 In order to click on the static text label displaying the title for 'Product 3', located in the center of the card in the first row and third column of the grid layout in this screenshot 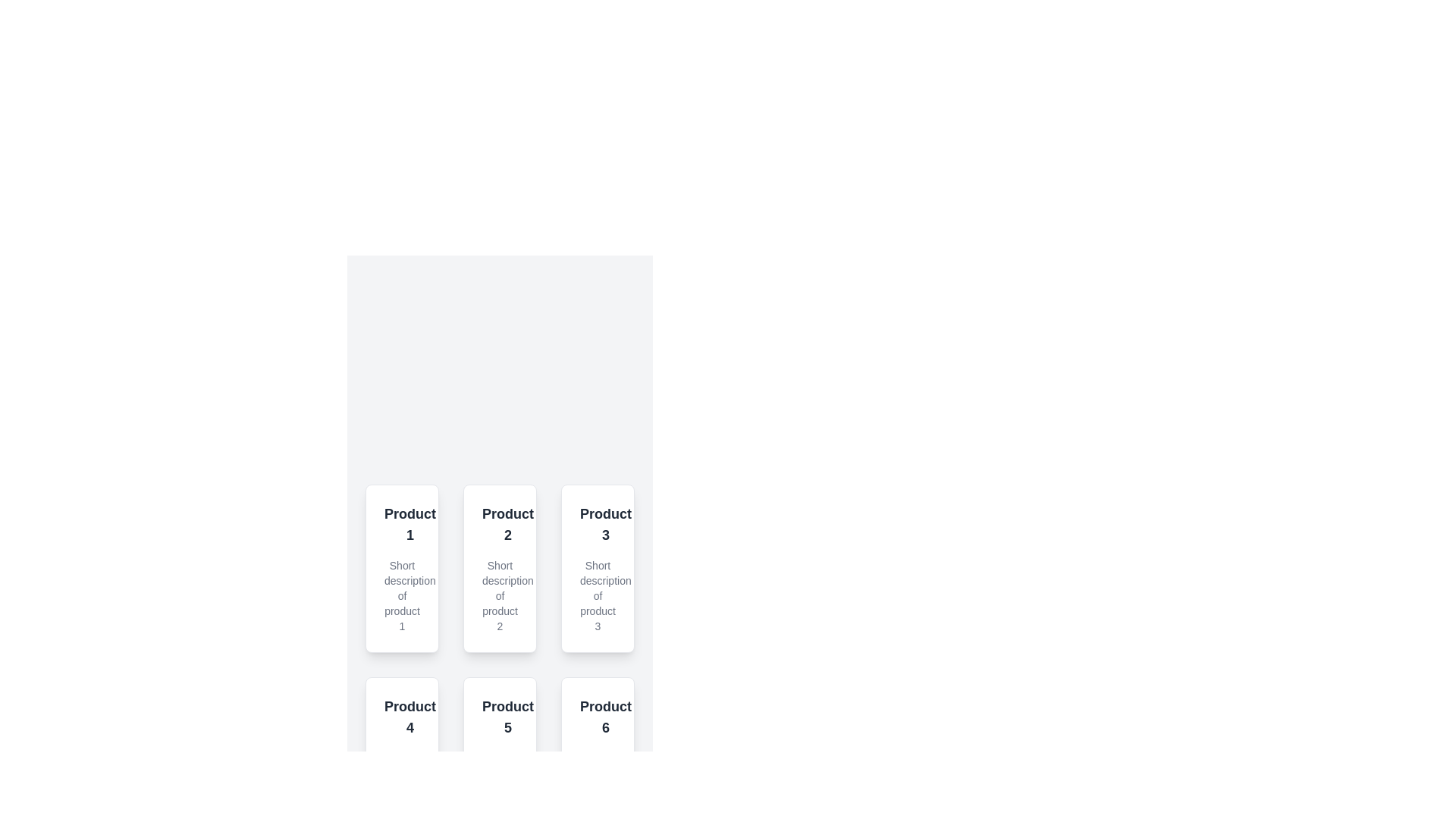, I will do `click(605, 523)`.